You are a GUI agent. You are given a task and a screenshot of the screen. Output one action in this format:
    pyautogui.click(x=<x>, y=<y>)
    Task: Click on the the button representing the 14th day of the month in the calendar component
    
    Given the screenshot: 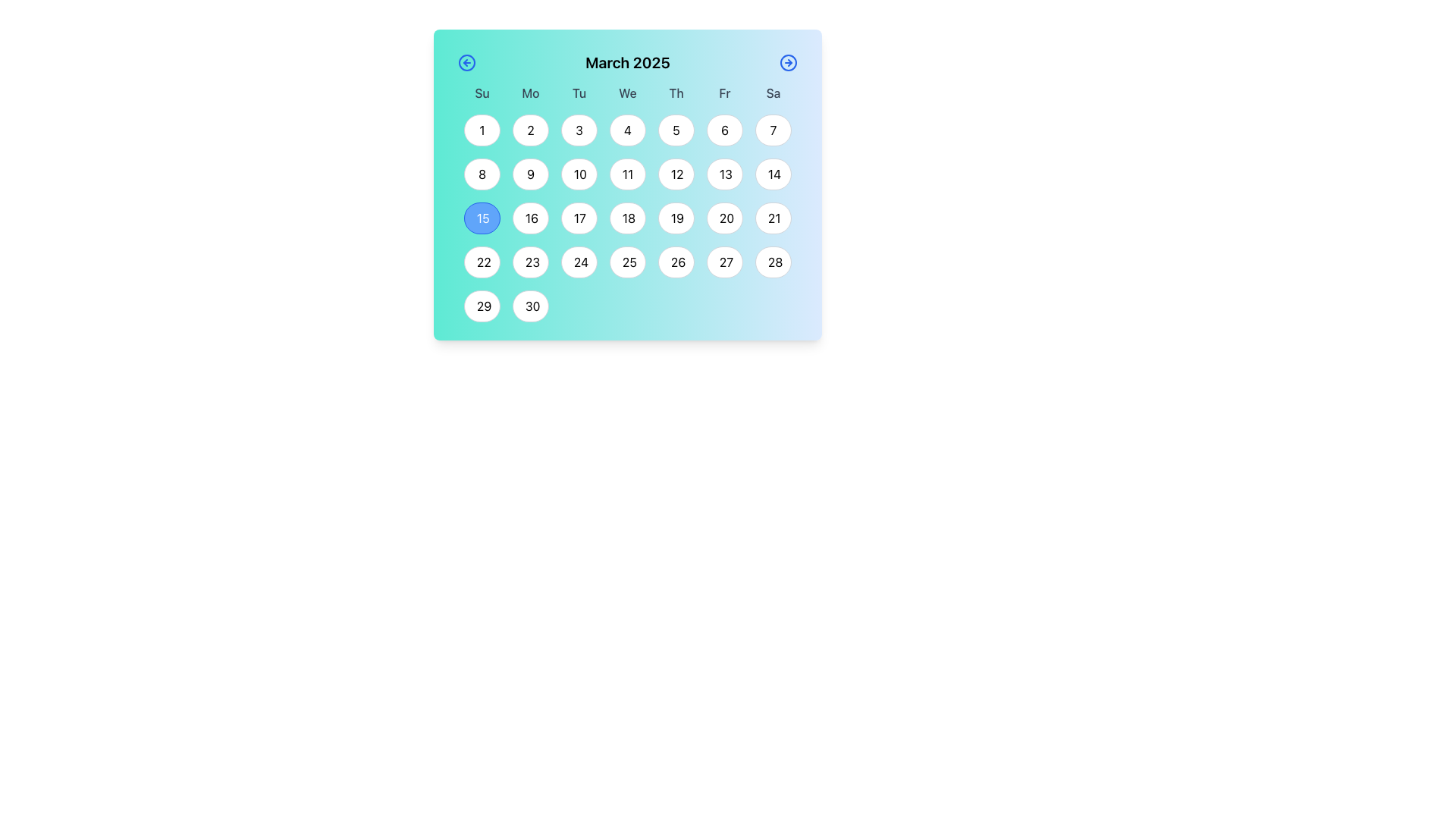 What is the action you would take?
    pyautogui.click(x=773, y=174)
    